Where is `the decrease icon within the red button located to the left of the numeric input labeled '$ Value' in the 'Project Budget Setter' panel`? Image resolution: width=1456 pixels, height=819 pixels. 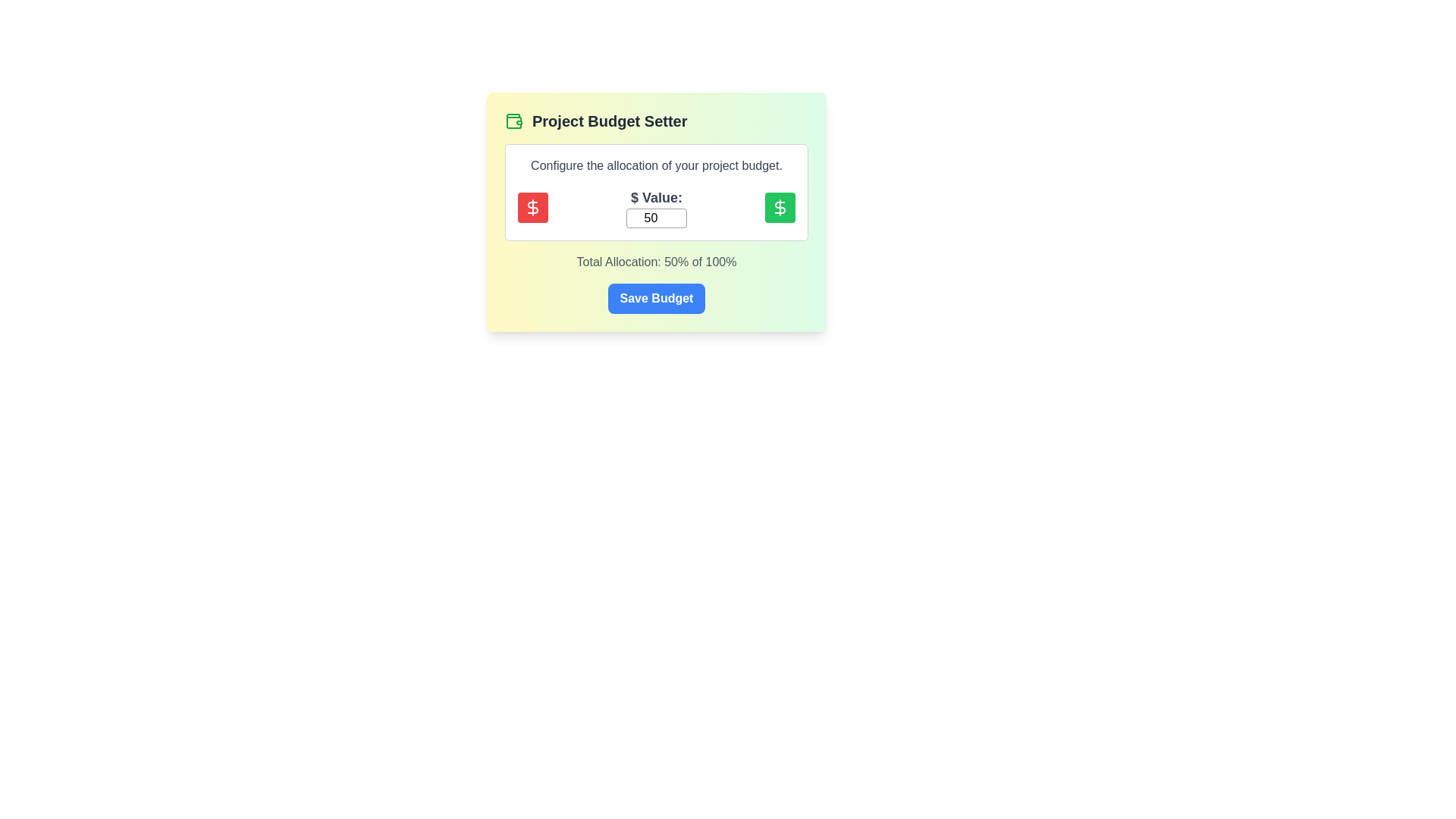 the decrease icon within the red button located to the left of the numeric input labeled '$ Value' in the 'Project Budget Setter' panel is located at coordinates (532, 207).